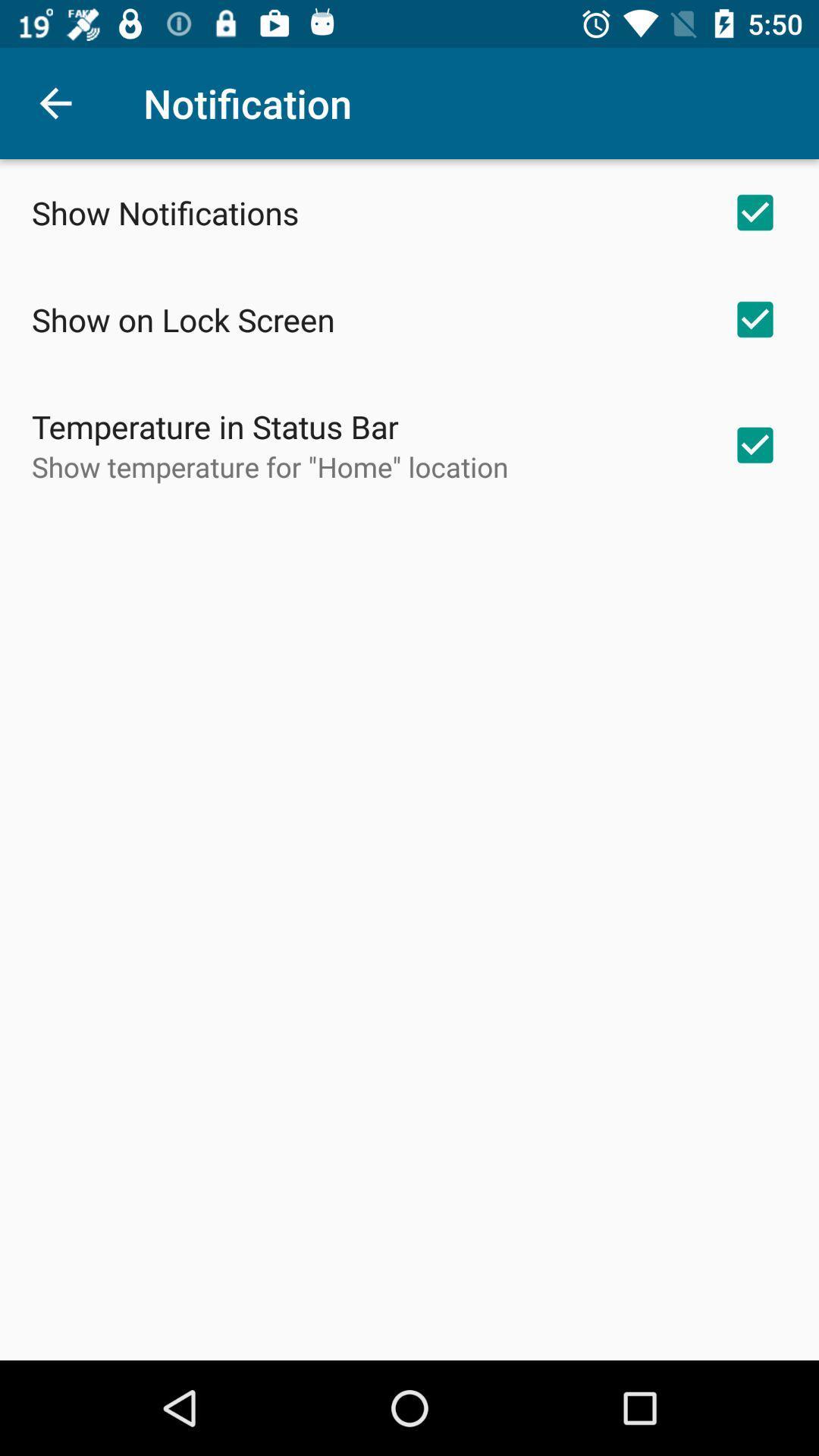 The height and width of the screenshot is (1456, 819). I want to click on icon next to the notification item, so click(55, 102).